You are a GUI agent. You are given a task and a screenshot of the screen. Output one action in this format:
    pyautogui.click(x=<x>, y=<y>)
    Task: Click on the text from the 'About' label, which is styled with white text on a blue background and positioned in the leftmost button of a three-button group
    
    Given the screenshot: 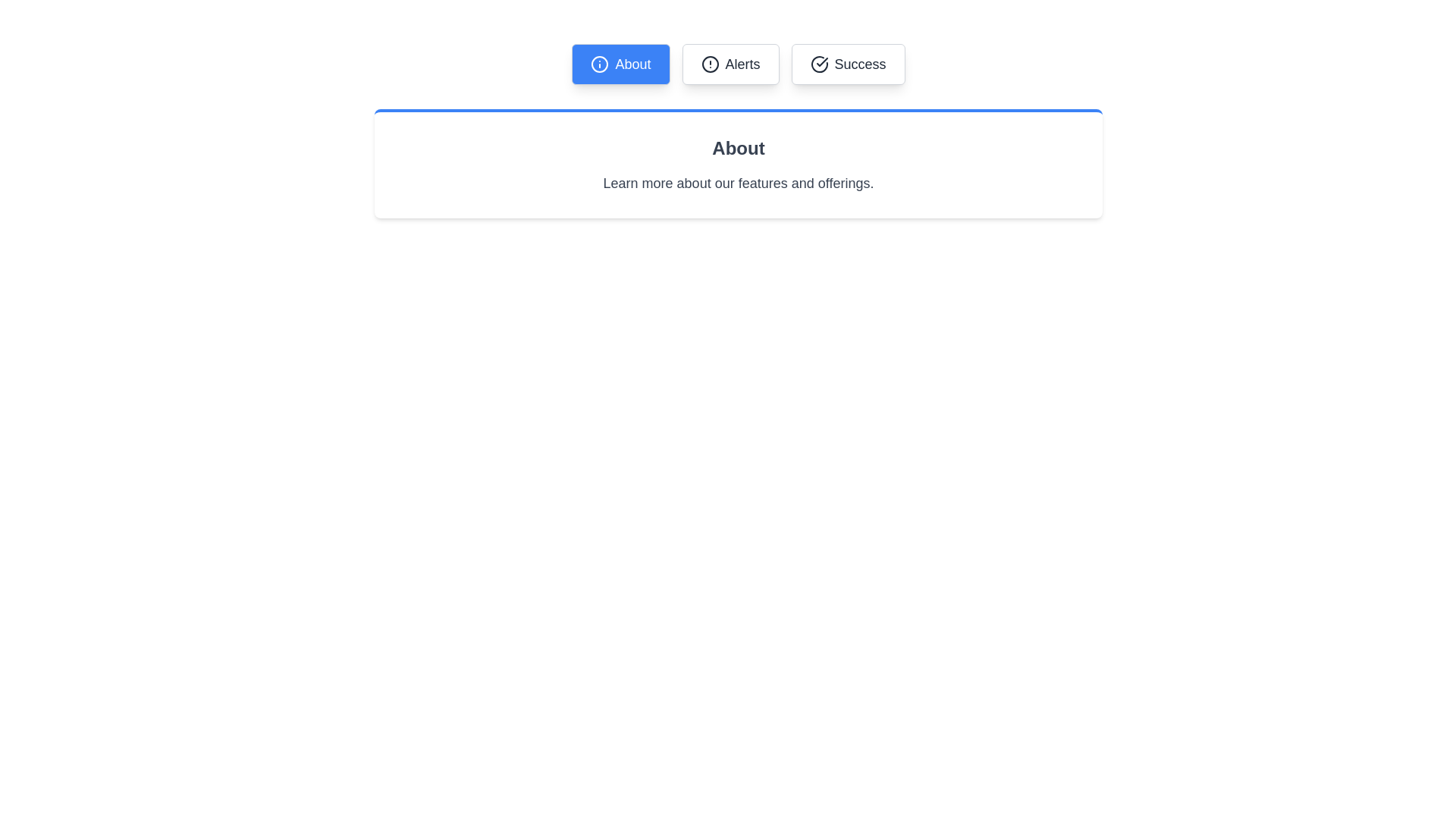 What is the action you would take?
    pyautogui.click(x=633, y=63)
    